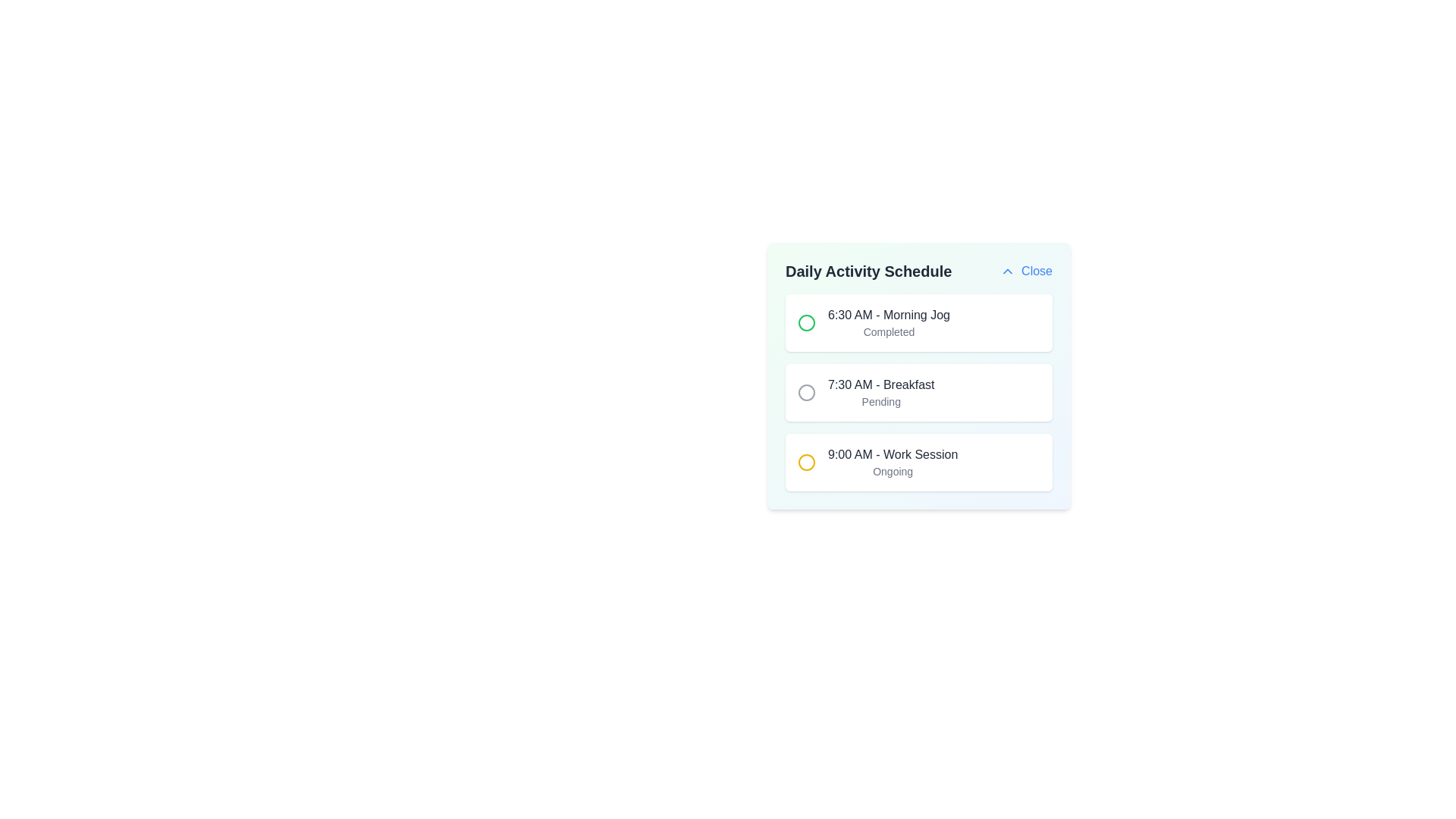 This screenshot has width=1456, height=819. I want to click on information displayed in the third item of the 'Daily Activity Schedule' section, which shows '9:00 AM - Work Session' and 'Ongoing', so click(918, 461).